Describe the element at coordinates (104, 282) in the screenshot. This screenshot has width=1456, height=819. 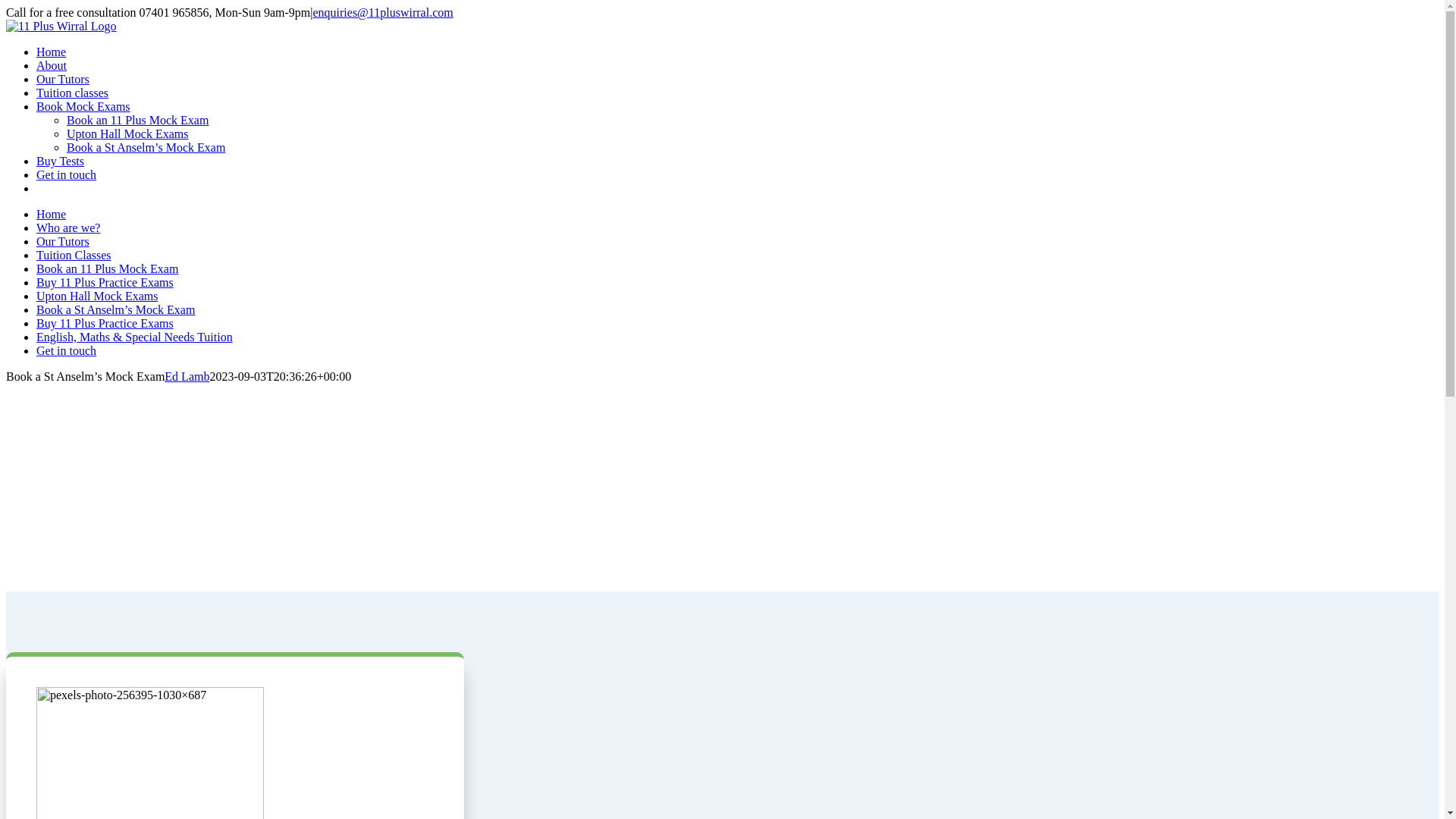
I see `'Buy 11 Plus Practice Exams'` at that location.